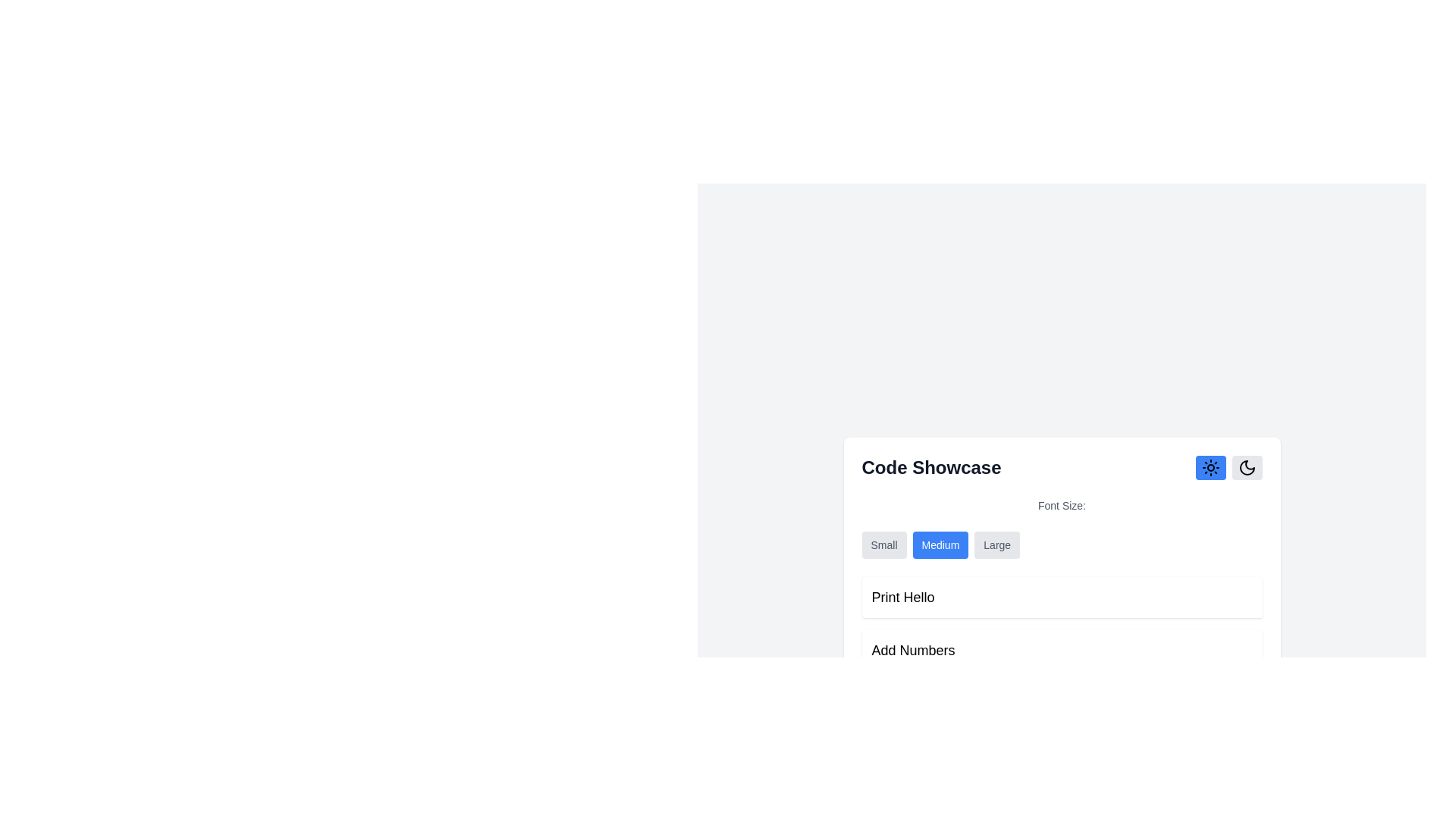 The image size is (1456, 819). I want to click on the 'Medium' button, which is the second button in a group of three, styled with a blue background and white text, so click(940, 544).